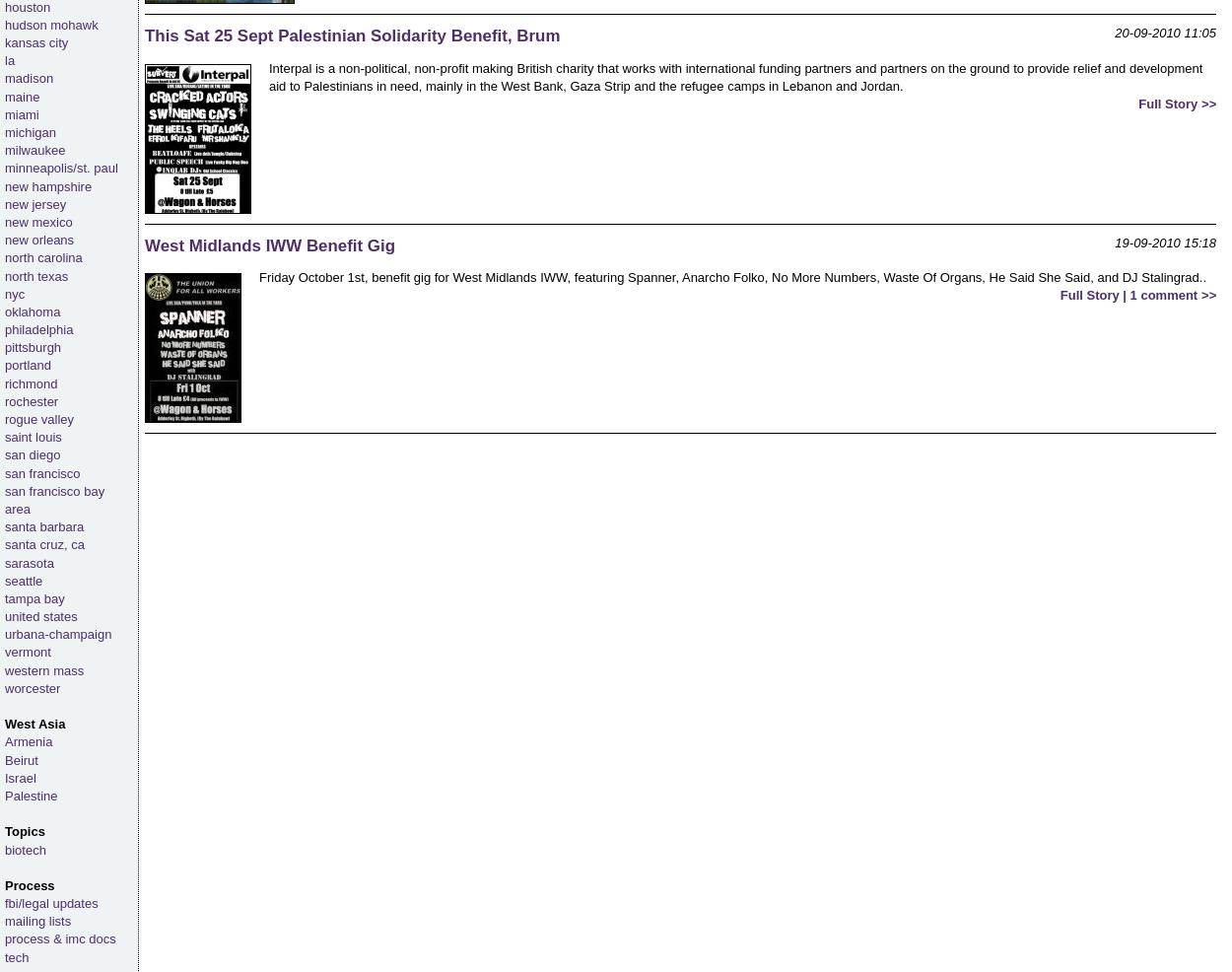 This screenshot has width=1232, height=972. What do you see at coordinates (34, 597) in the screenshot?
I see `'tampa bay'` at bounding box center [34, 597].